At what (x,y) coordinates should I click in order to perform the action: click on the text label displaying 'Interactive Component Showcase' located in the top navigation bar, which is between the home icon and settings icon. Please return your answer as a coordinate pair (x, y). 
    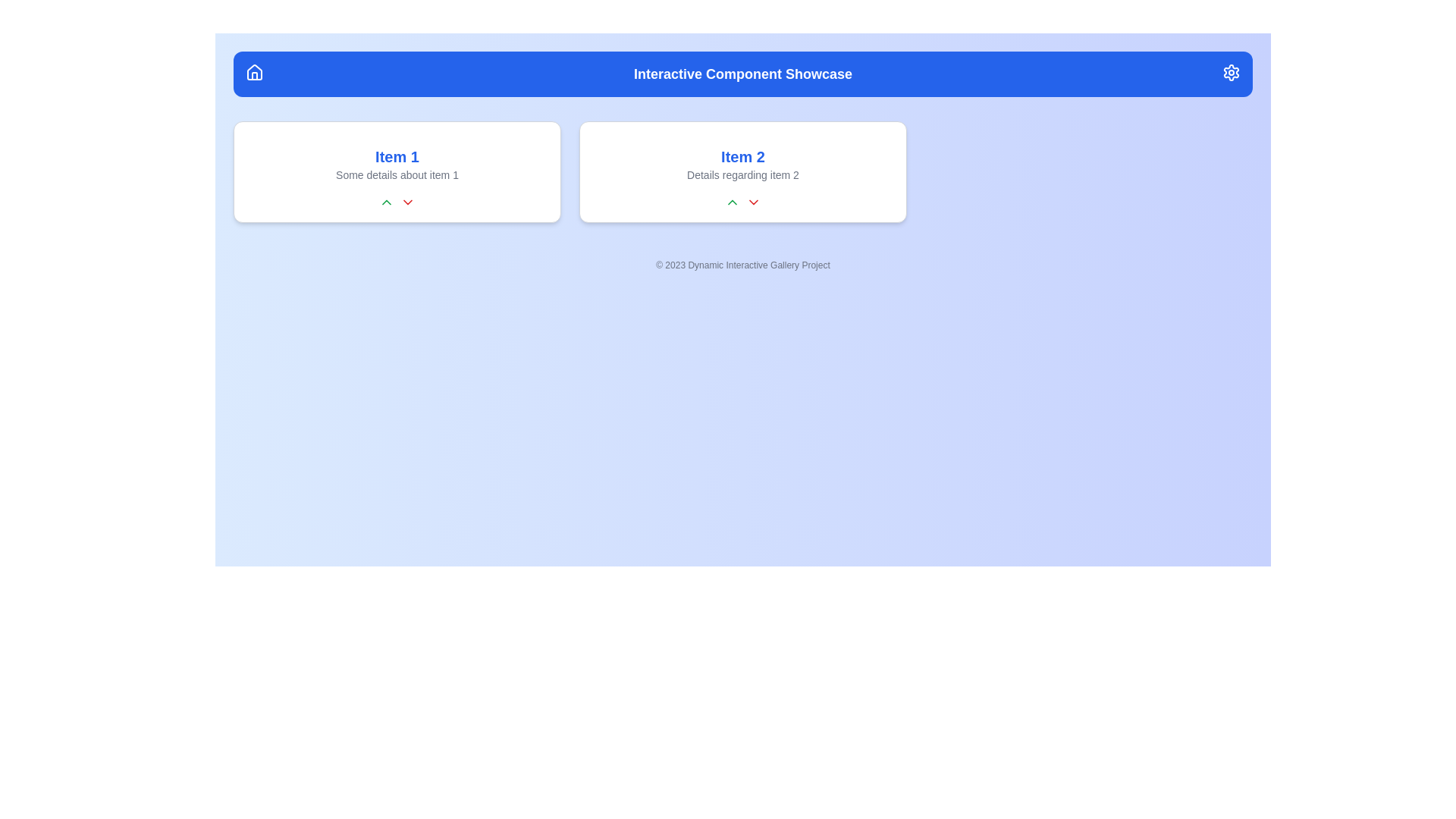
    Looking at the image, I should click on (742, 74).